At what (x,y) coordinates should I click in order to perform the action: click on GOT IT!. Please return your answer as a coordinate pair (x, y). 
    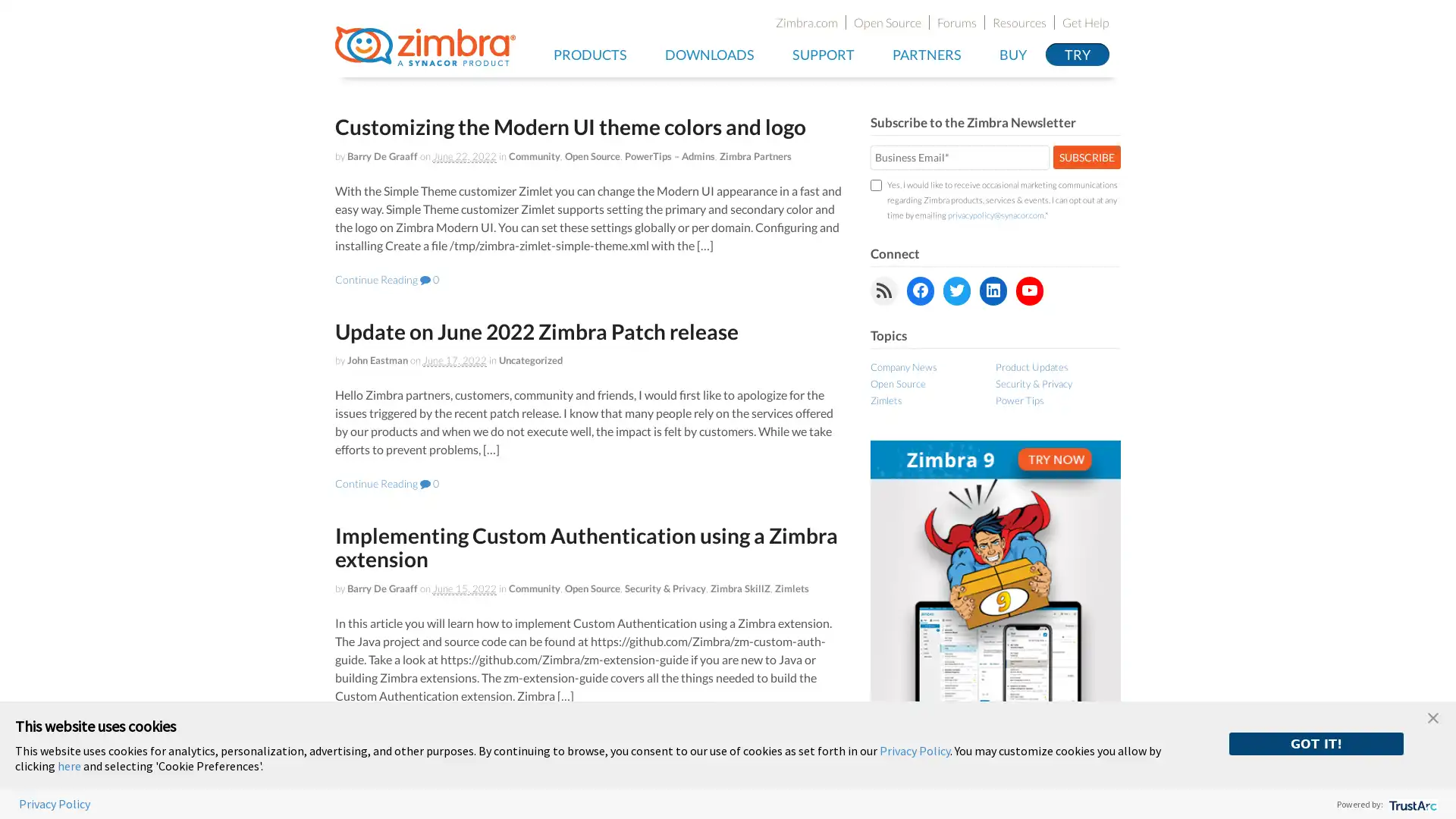
    Looking at the image, I should click on (1316, 742).